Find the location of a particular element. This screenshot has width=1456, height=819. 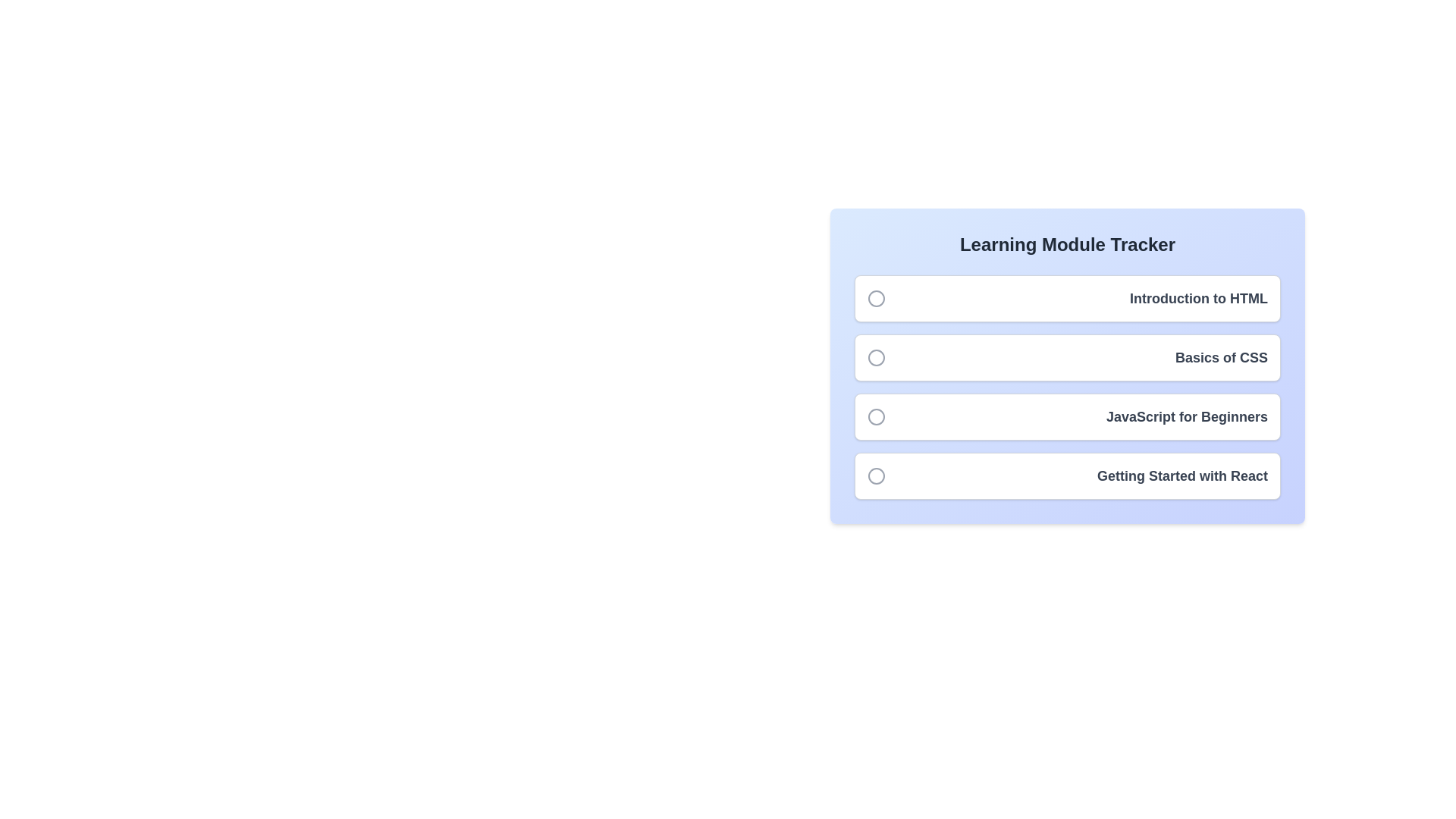

the SVG Circle that is part of the 'Getting Started with React' selection module is located at coordinates (877, 475).